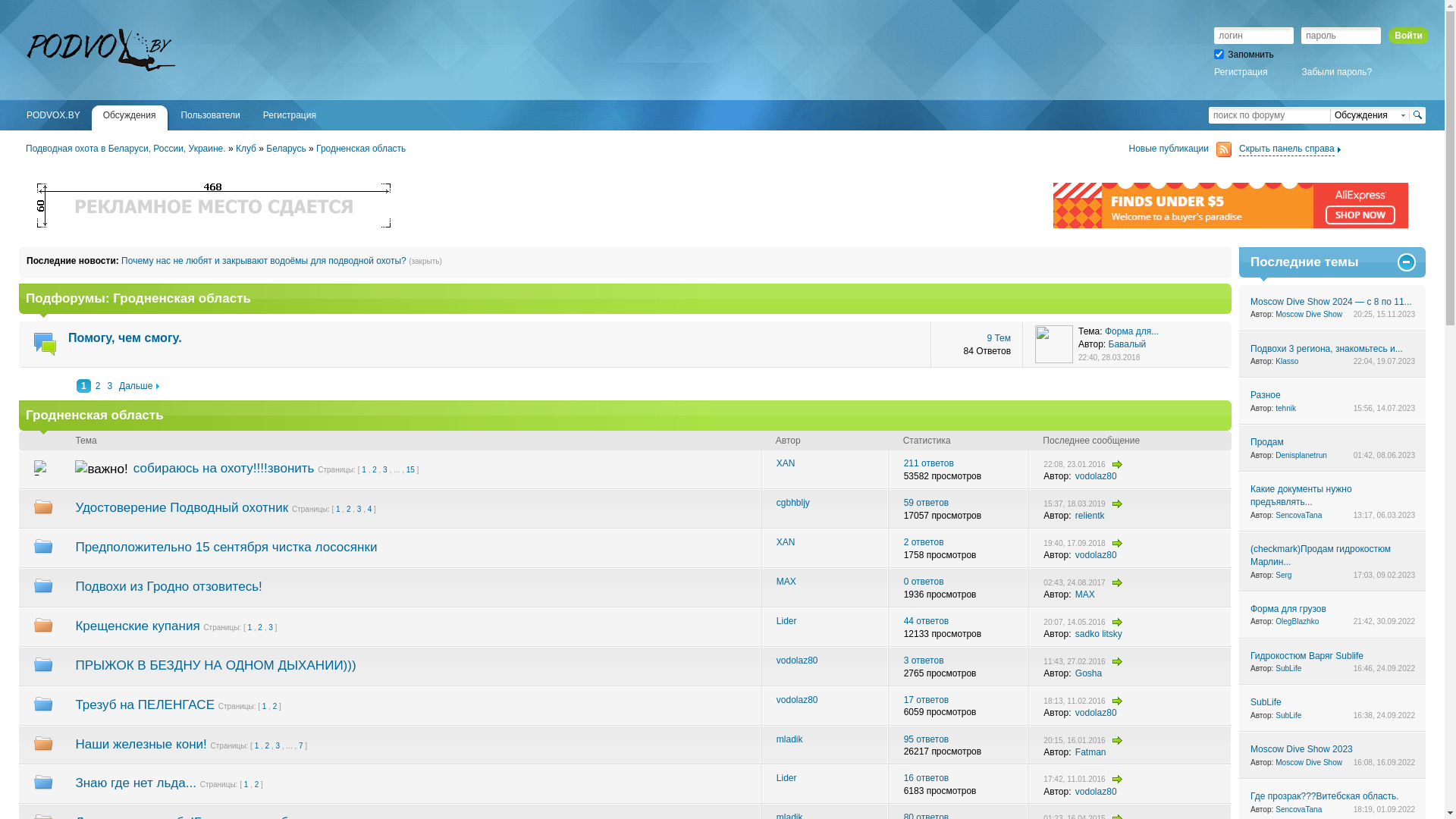 The height and width of the screenshot is (819, 1456). I want to click on 'Klasso', so click(1286, 361).